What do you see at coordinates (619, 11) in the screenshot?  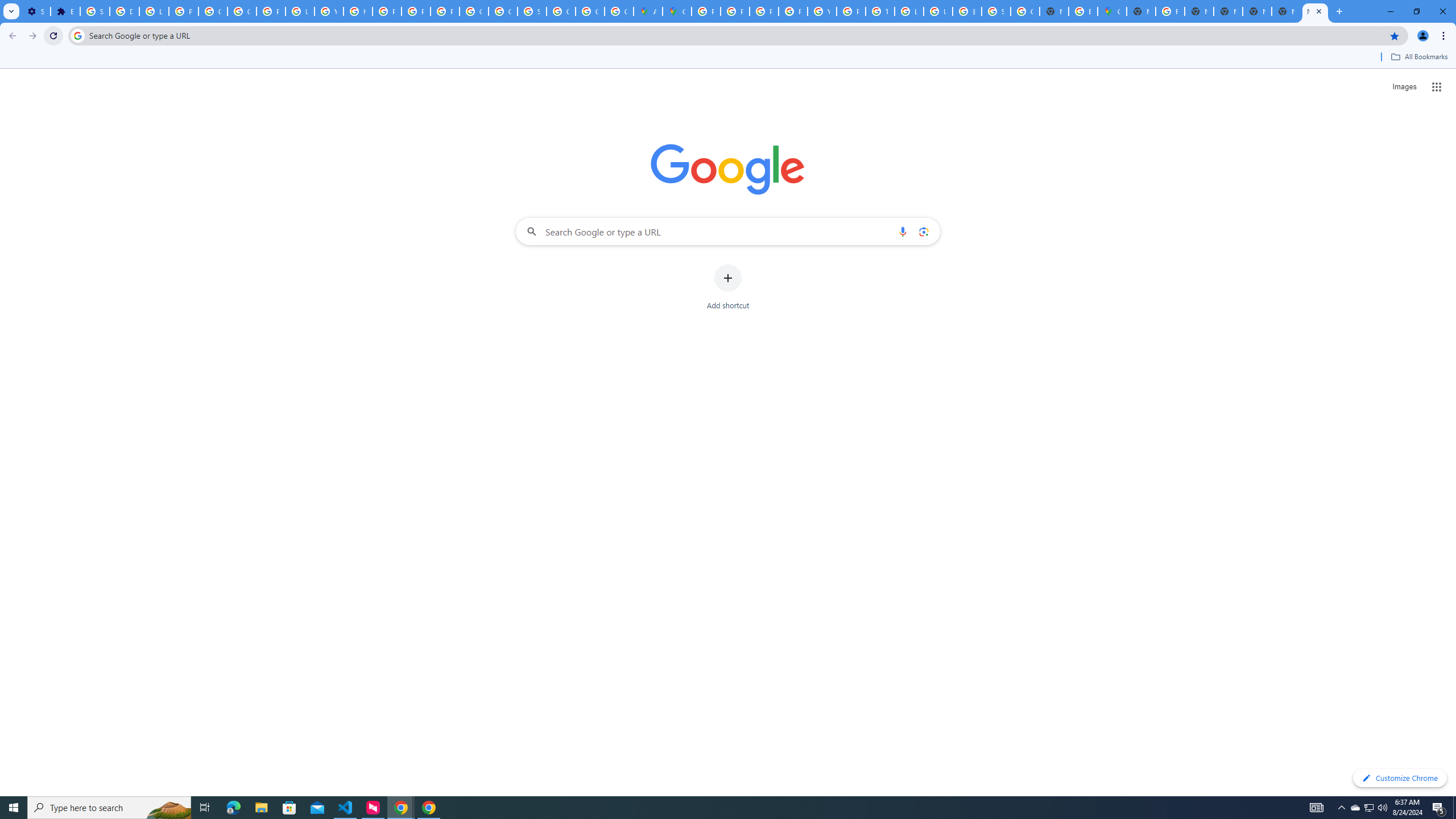 I see `'Create your Google Account'` at bounding box center [619, 11].